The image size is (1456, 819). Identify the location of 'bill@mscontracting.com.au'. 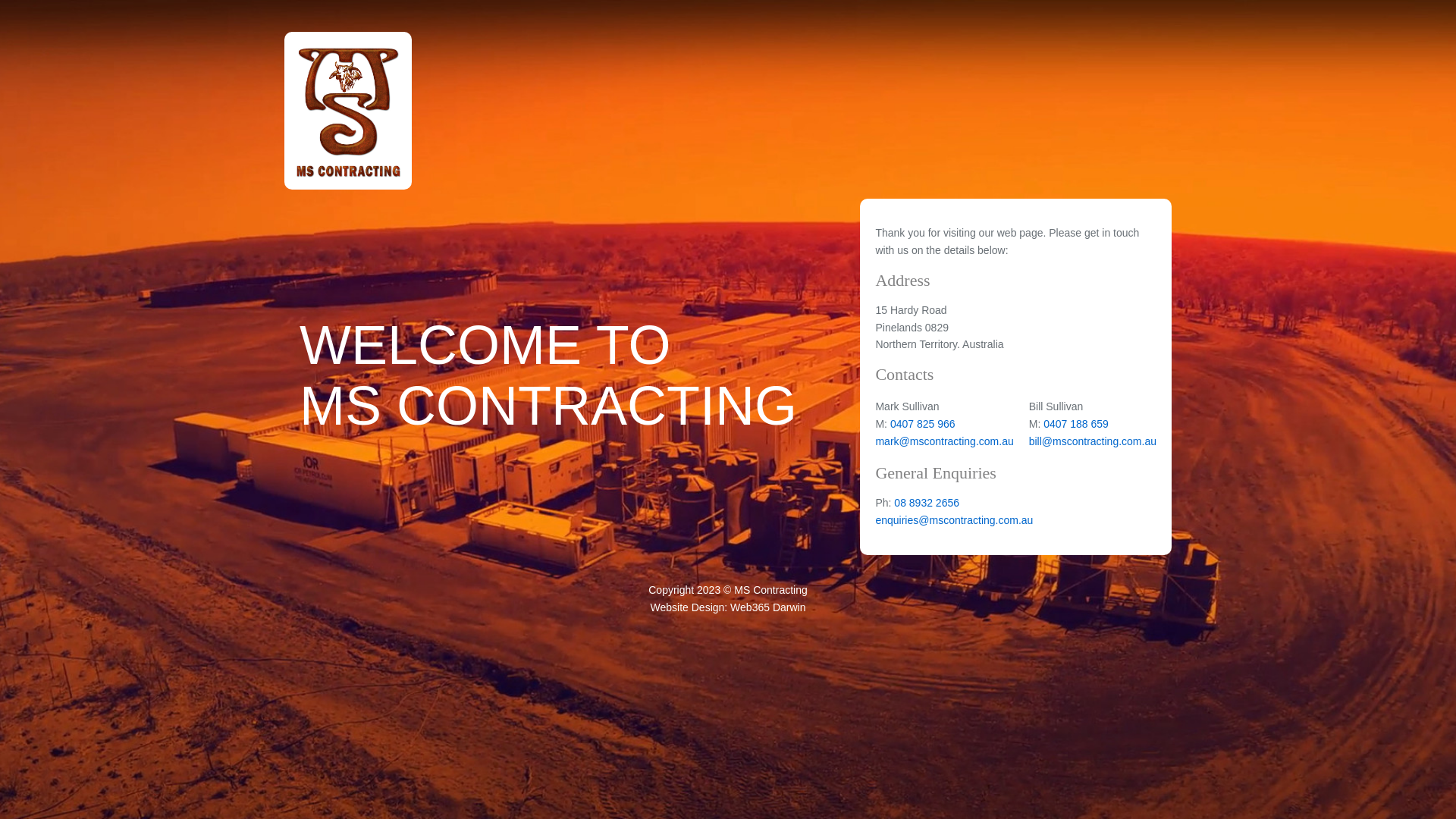
(1092, 441).